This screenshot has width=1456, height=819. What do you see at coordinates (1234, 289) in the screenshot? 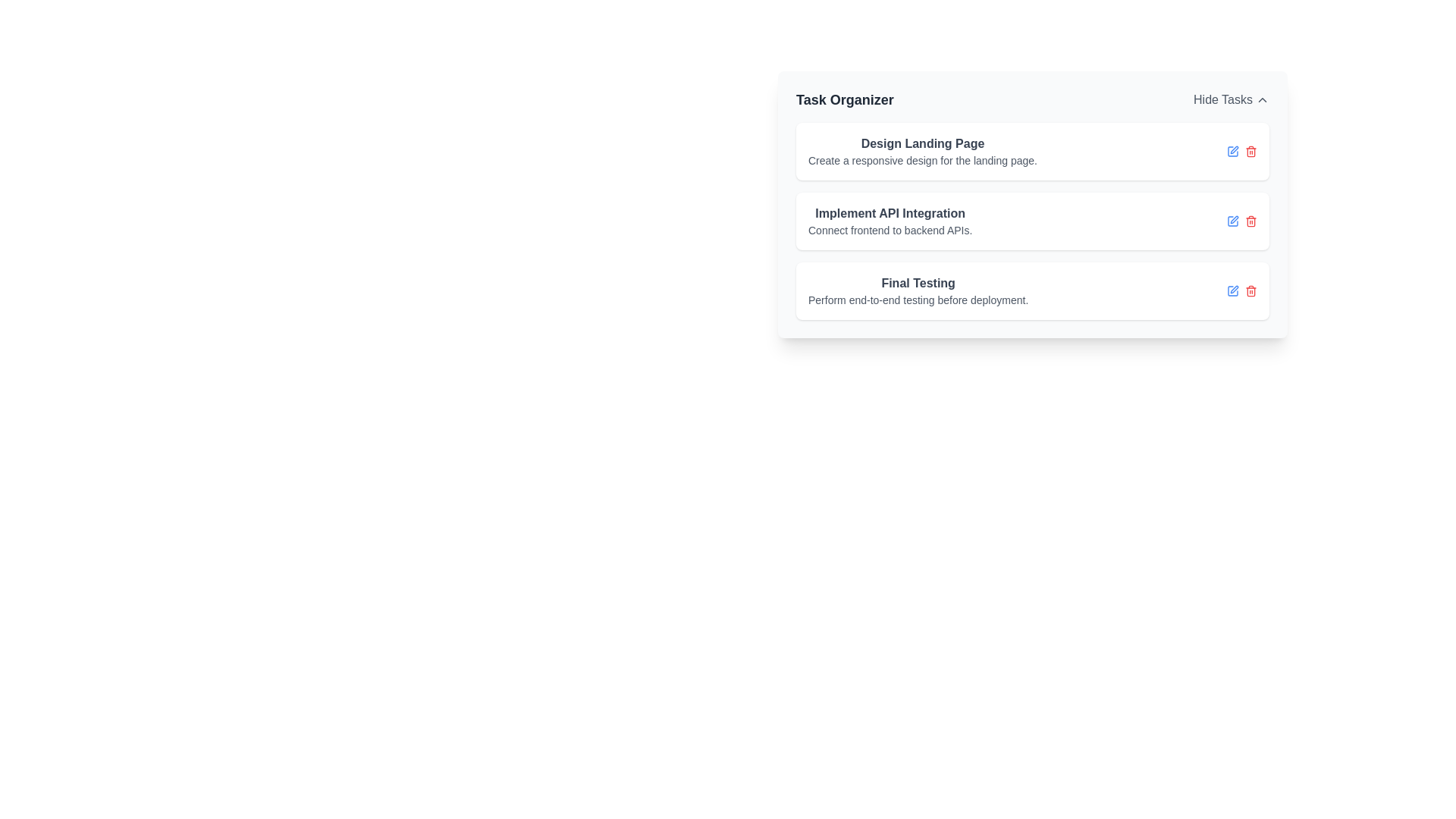
I see `the edit icon (a blue pen icon) located at the end of the entry for the task 'Final Testing' in the task list` at bounding box center [1234, 289].